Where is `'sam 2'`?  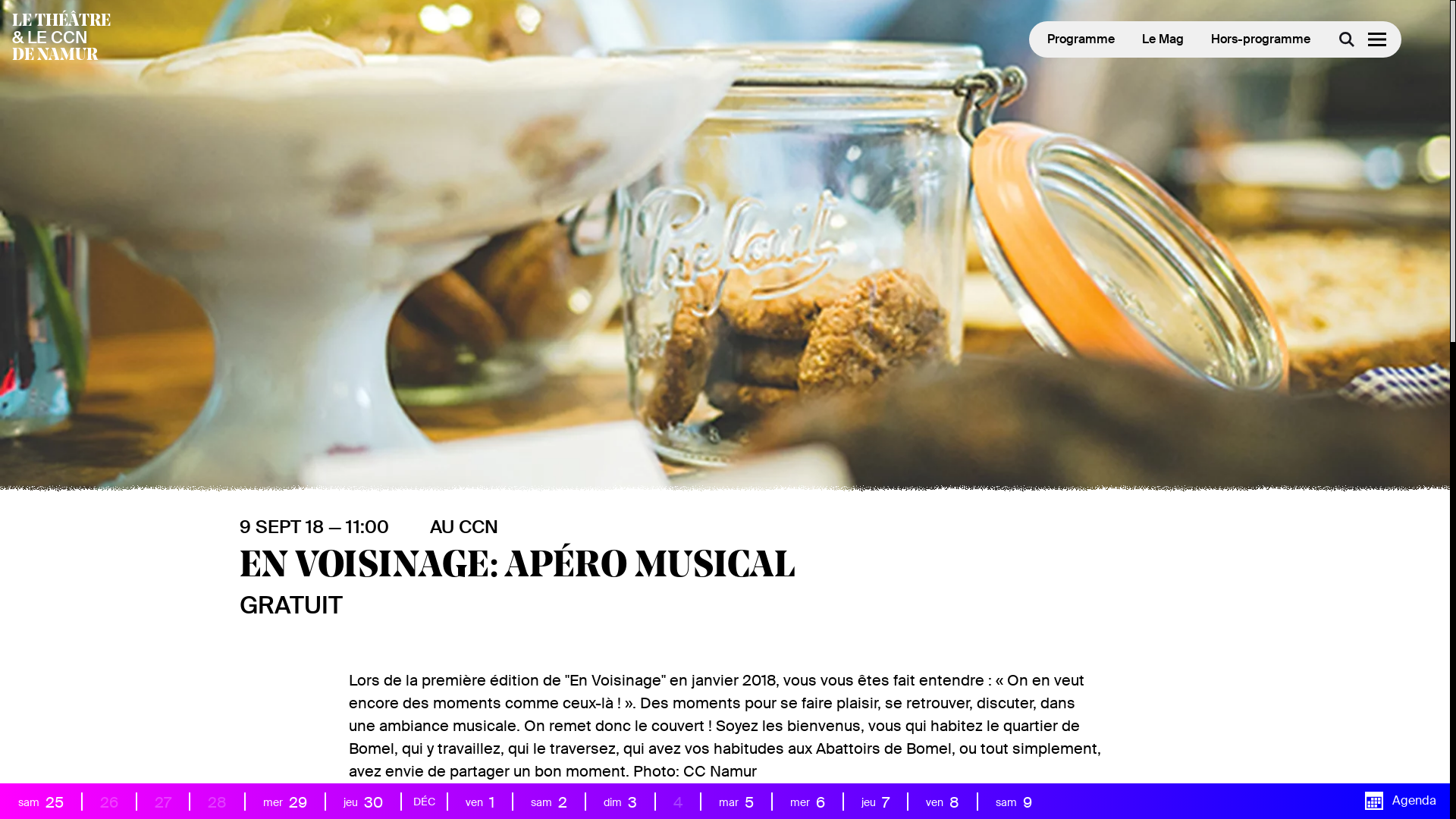 'sam 2' is located at coordinates (519, 801).